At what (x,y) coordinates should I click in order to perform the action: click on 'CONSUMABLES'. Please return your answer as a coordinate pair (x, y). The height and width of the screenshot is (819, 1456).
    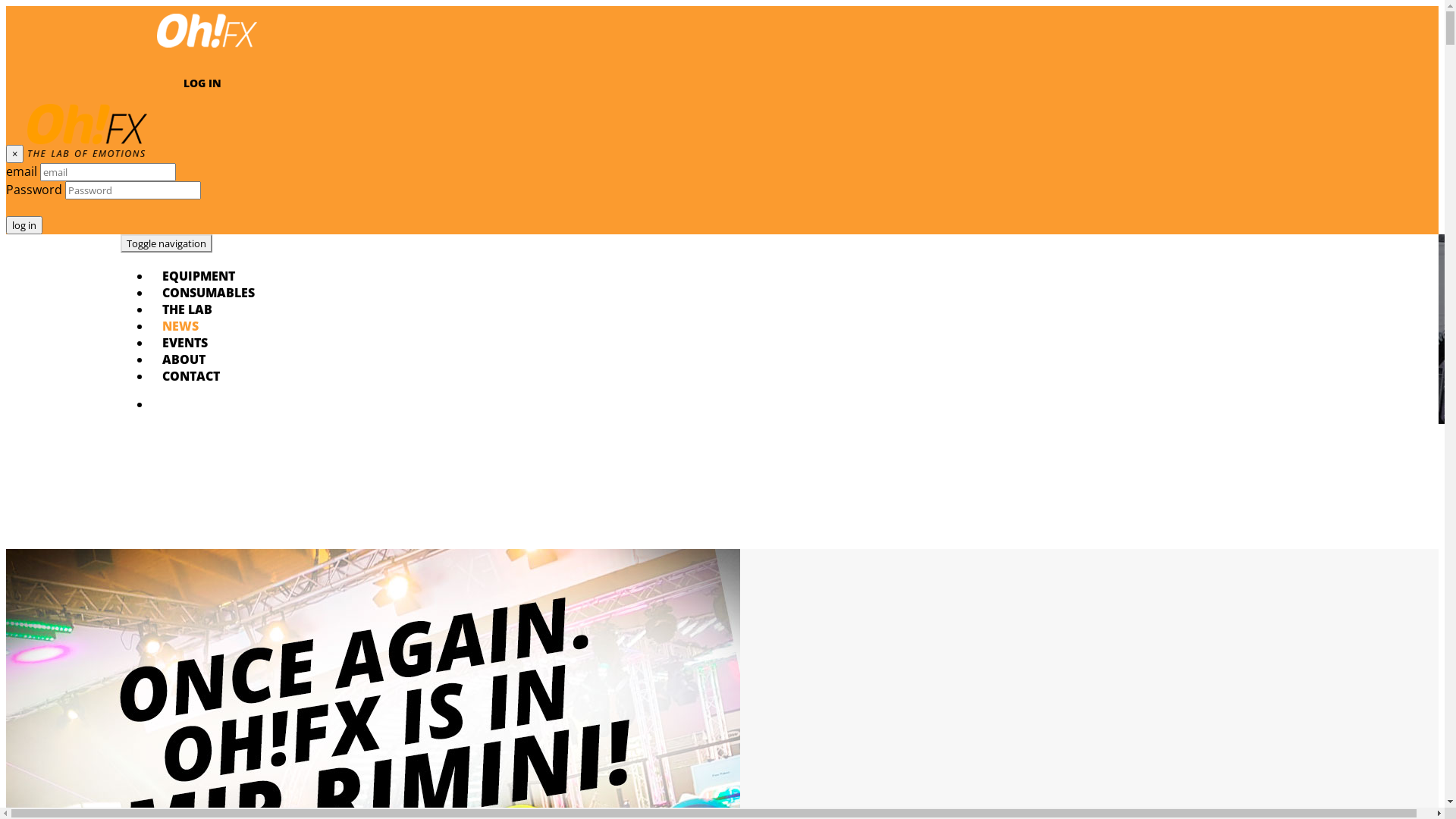
    Looking at the image, I should click on (207, 292).